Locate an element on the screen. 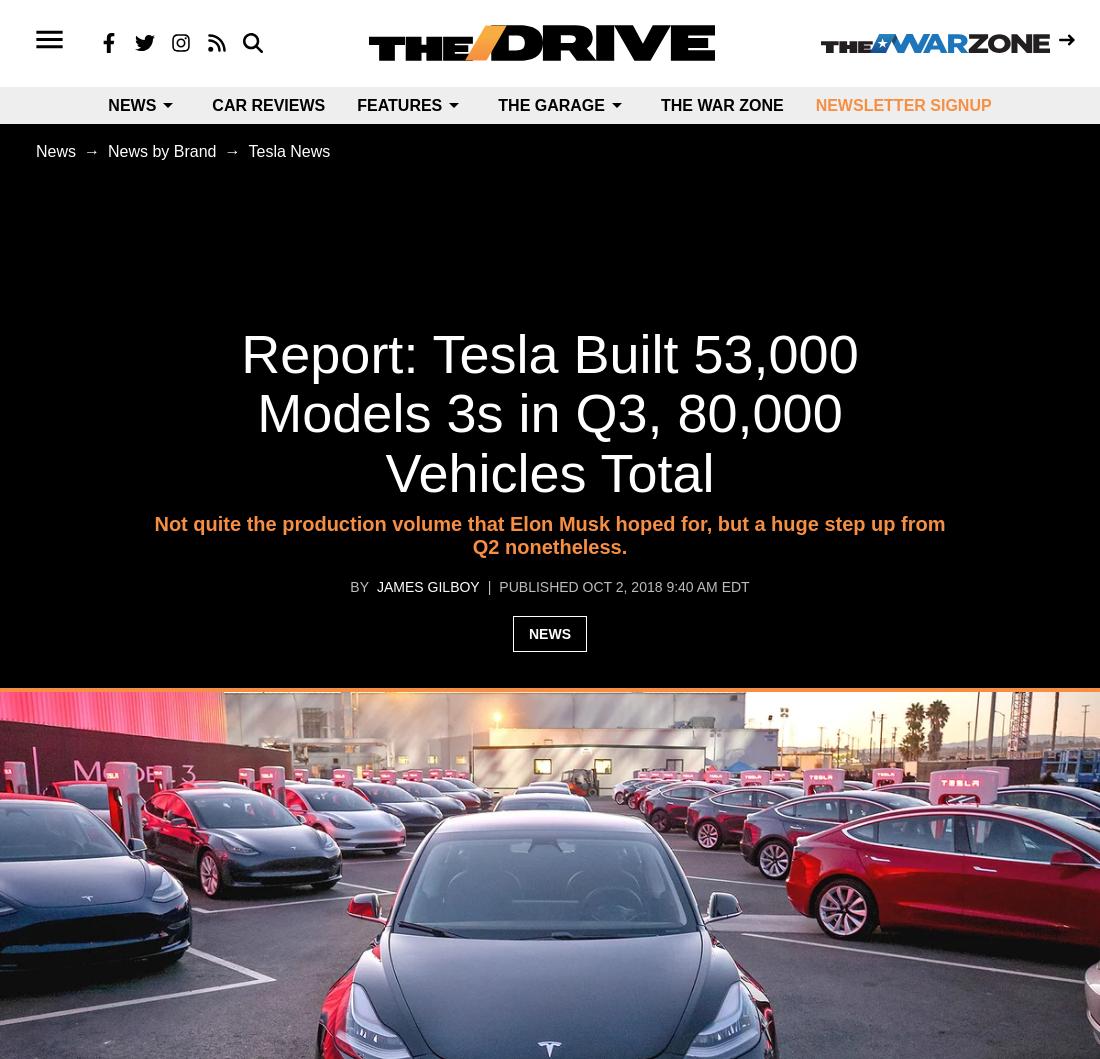 This screenshot has height=1059, width=1100. '|' is located at coordinates (488, 586).